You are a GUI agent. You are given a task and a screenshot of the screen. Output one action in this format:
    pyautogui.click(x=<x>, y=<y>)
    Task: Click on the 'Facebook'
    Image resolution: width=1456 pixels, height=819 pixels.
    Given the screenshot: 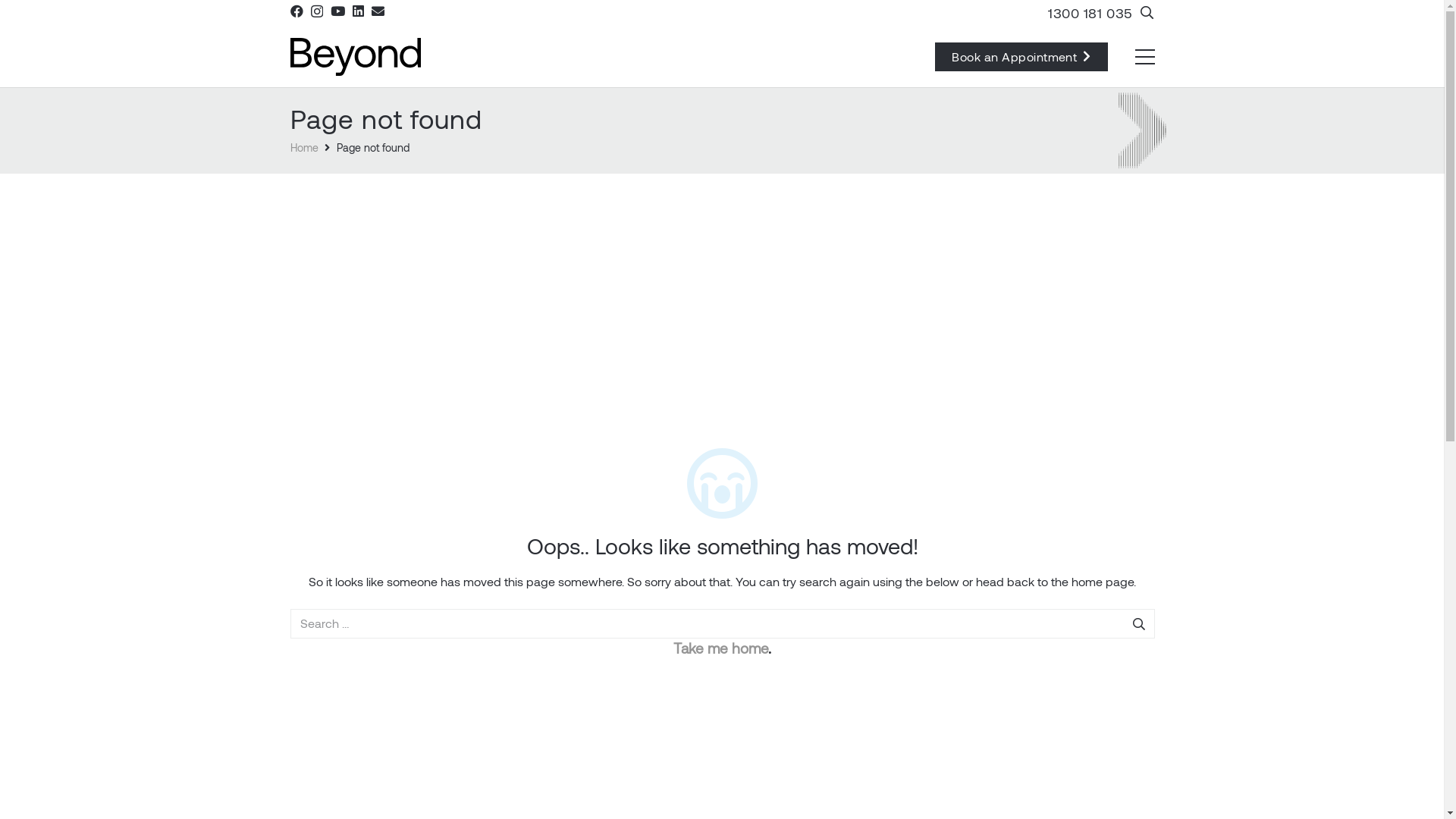 What is the action you would take?
    pyautogui.click(x=296, y=11)
    